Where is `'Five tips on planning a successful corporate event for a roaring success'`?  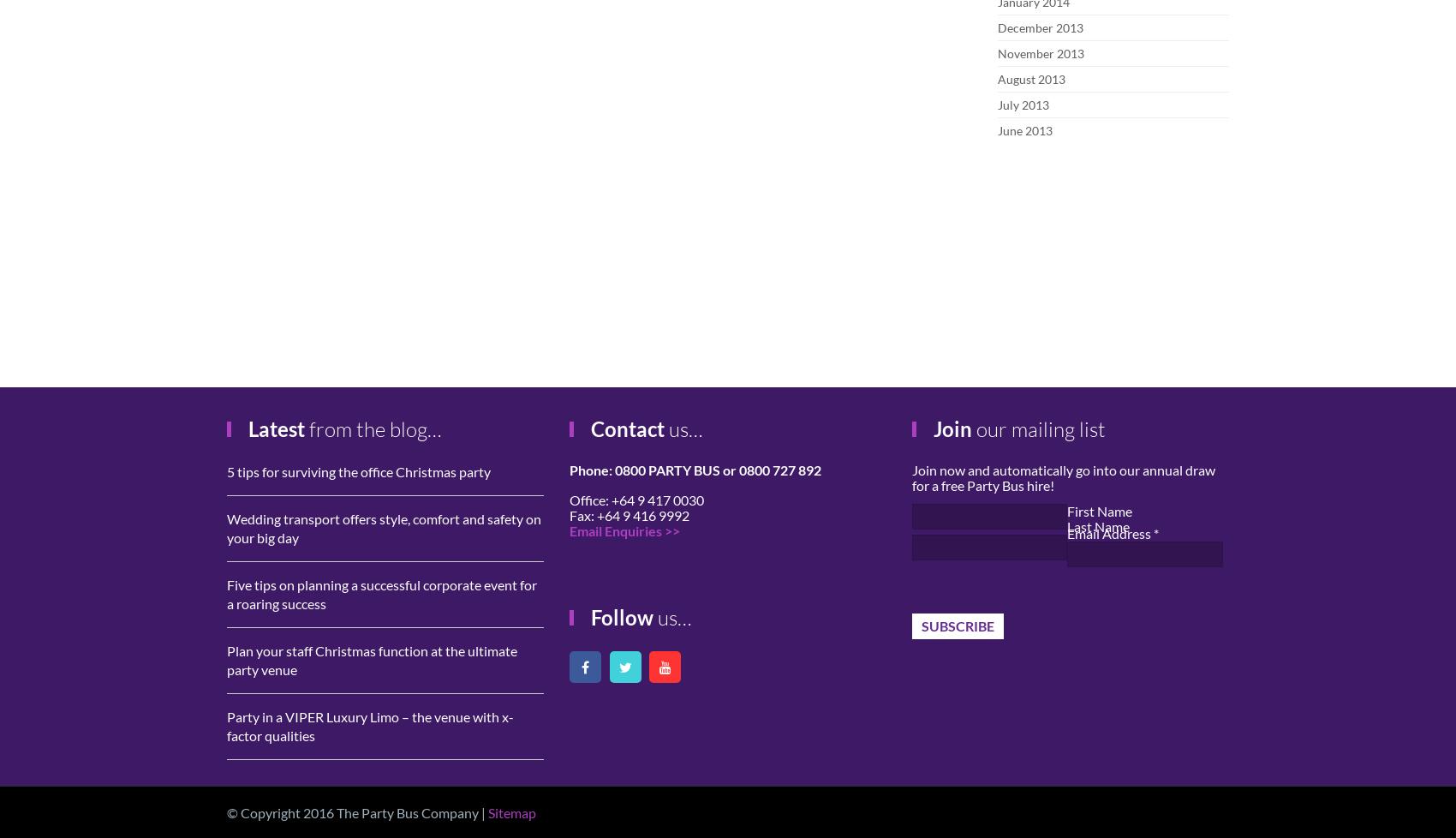 'Five tips on planning a successful corporate event for a roaring success' is located at coordinates (382, 594).